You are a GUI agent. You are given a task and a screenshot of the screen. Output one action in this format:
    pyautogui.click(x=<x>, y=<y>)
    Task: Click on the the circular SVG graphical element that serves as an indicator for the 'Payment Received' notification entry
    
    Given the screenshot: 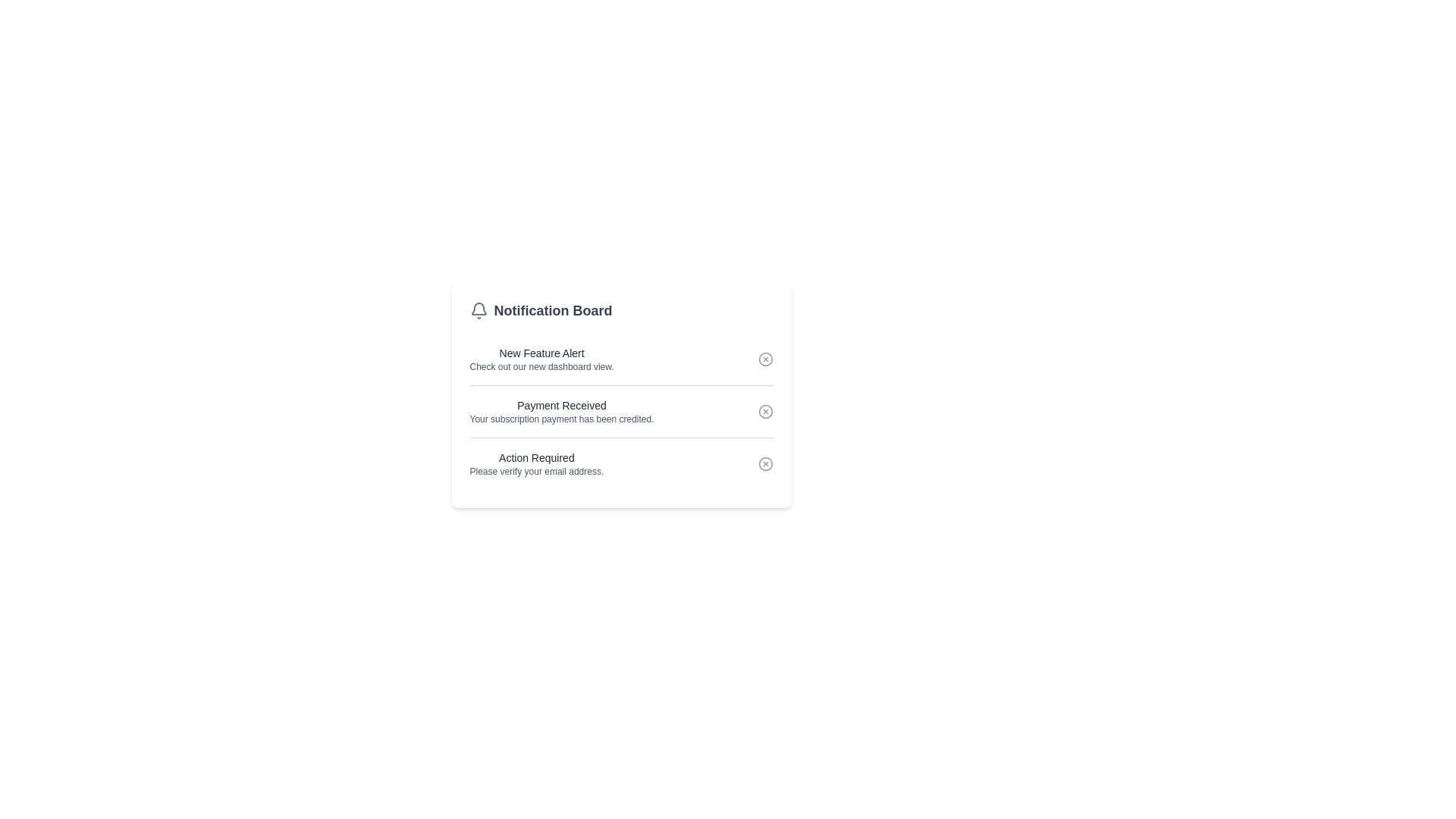 What is the action you would take?
    pyautogui.click(x=765, y=412)
    